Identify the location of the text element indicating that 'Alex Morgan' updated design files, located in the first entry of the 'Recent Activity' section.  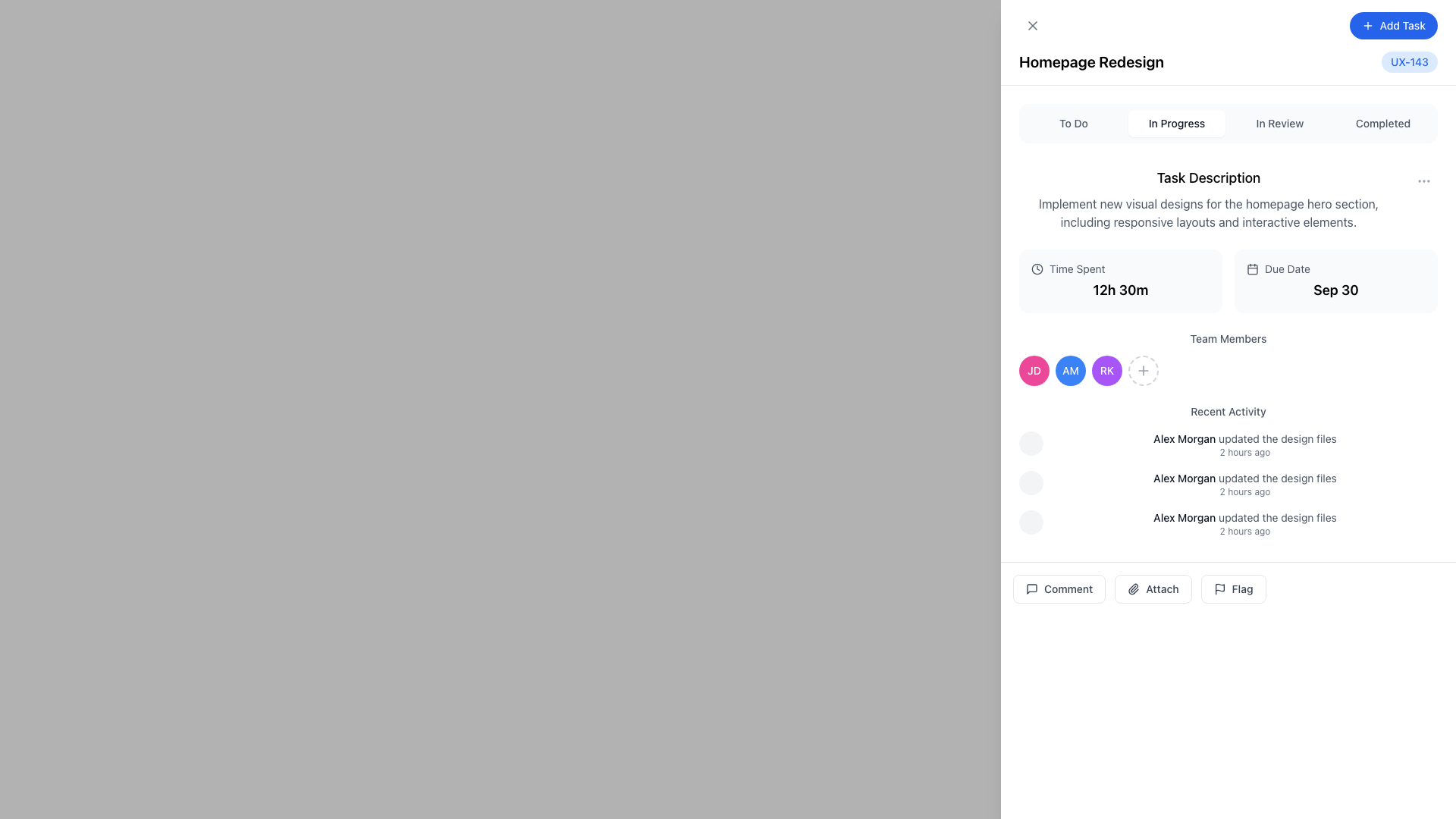
(1244, 438).